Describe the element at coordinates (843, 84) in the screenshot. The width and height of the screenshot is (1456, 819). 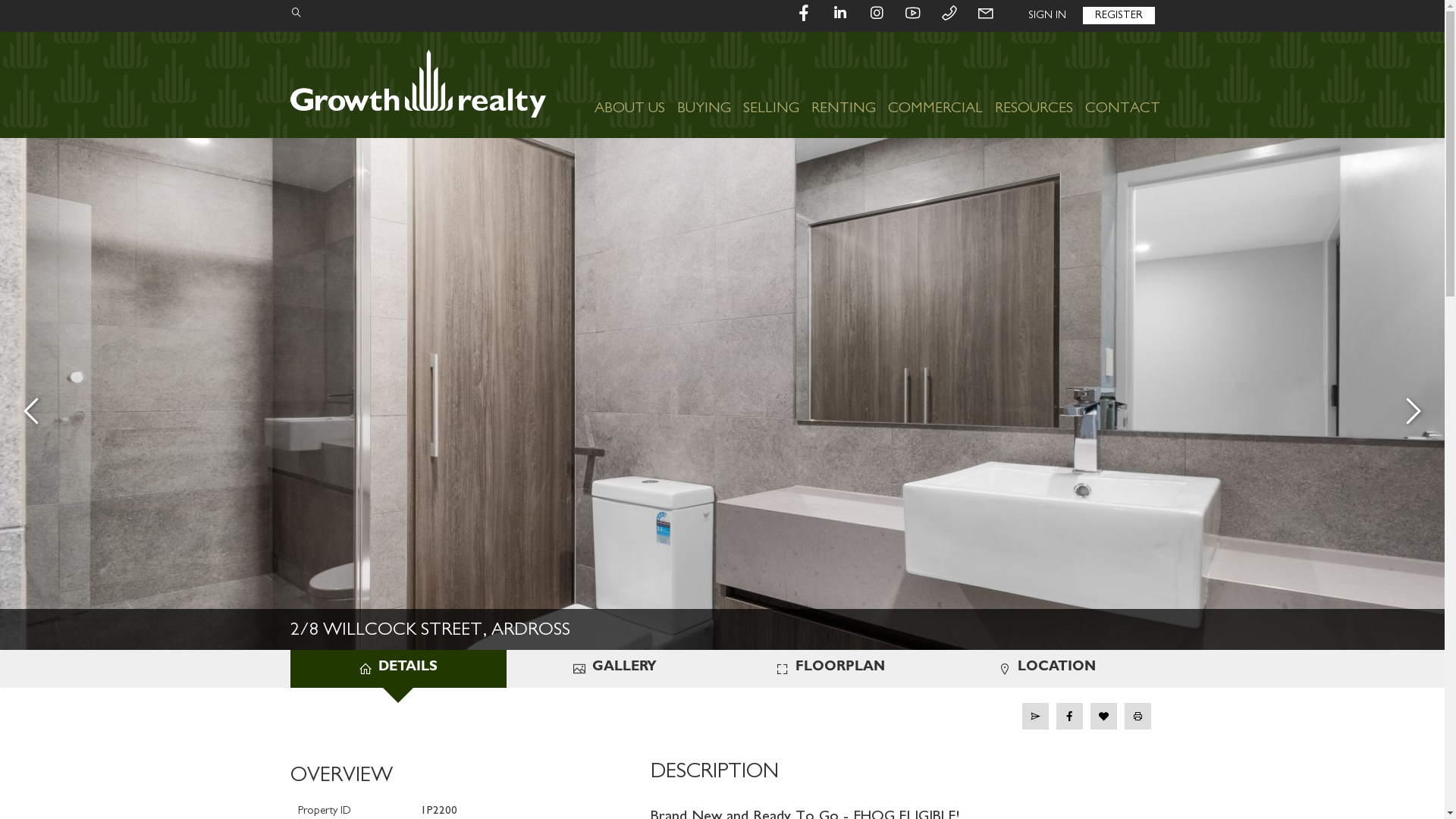
I see `'RENTING'` at that location.